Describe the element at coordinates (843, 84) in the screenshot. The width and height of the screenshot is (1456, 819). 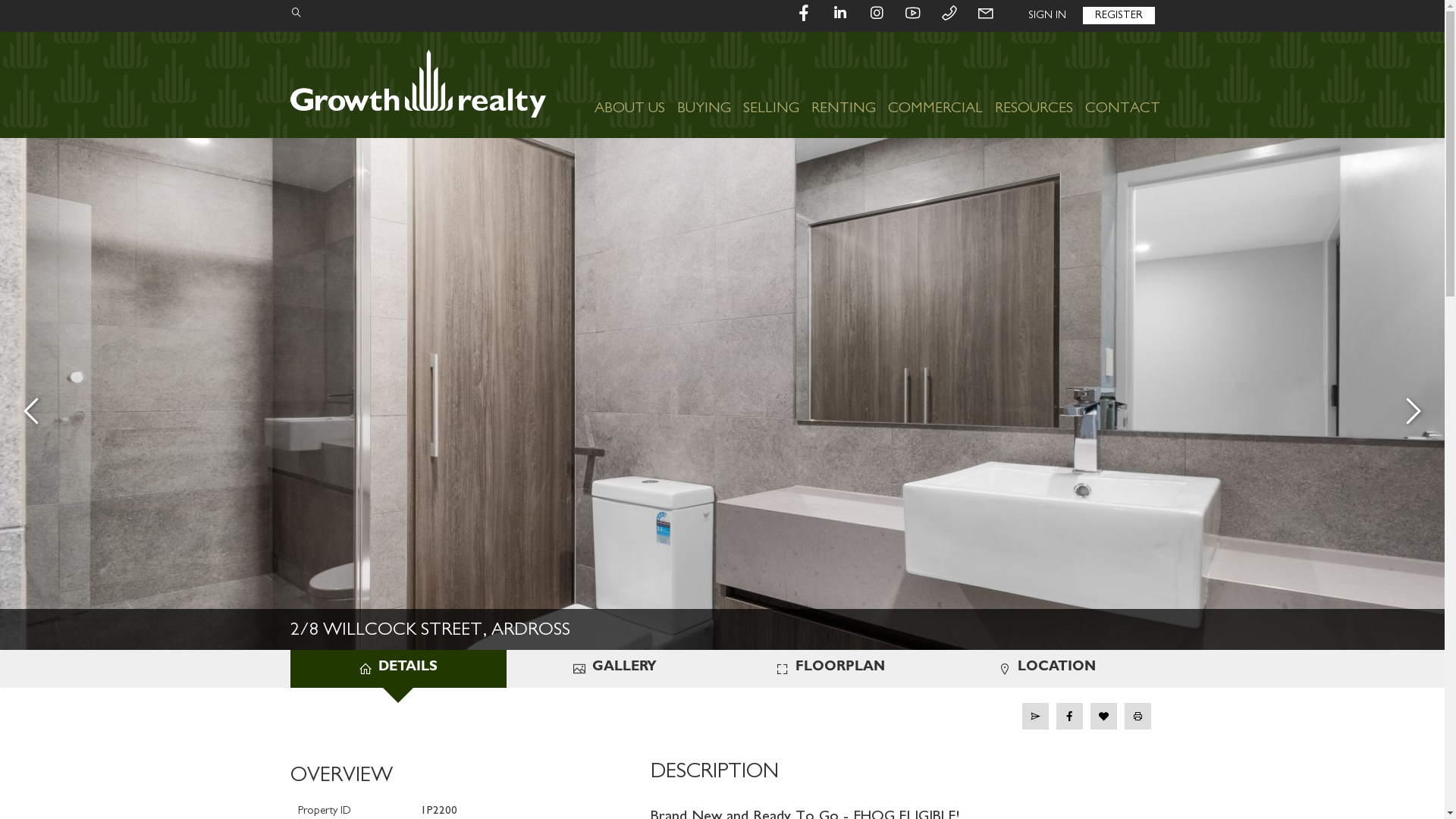
I see `'RENTING'` at that location.